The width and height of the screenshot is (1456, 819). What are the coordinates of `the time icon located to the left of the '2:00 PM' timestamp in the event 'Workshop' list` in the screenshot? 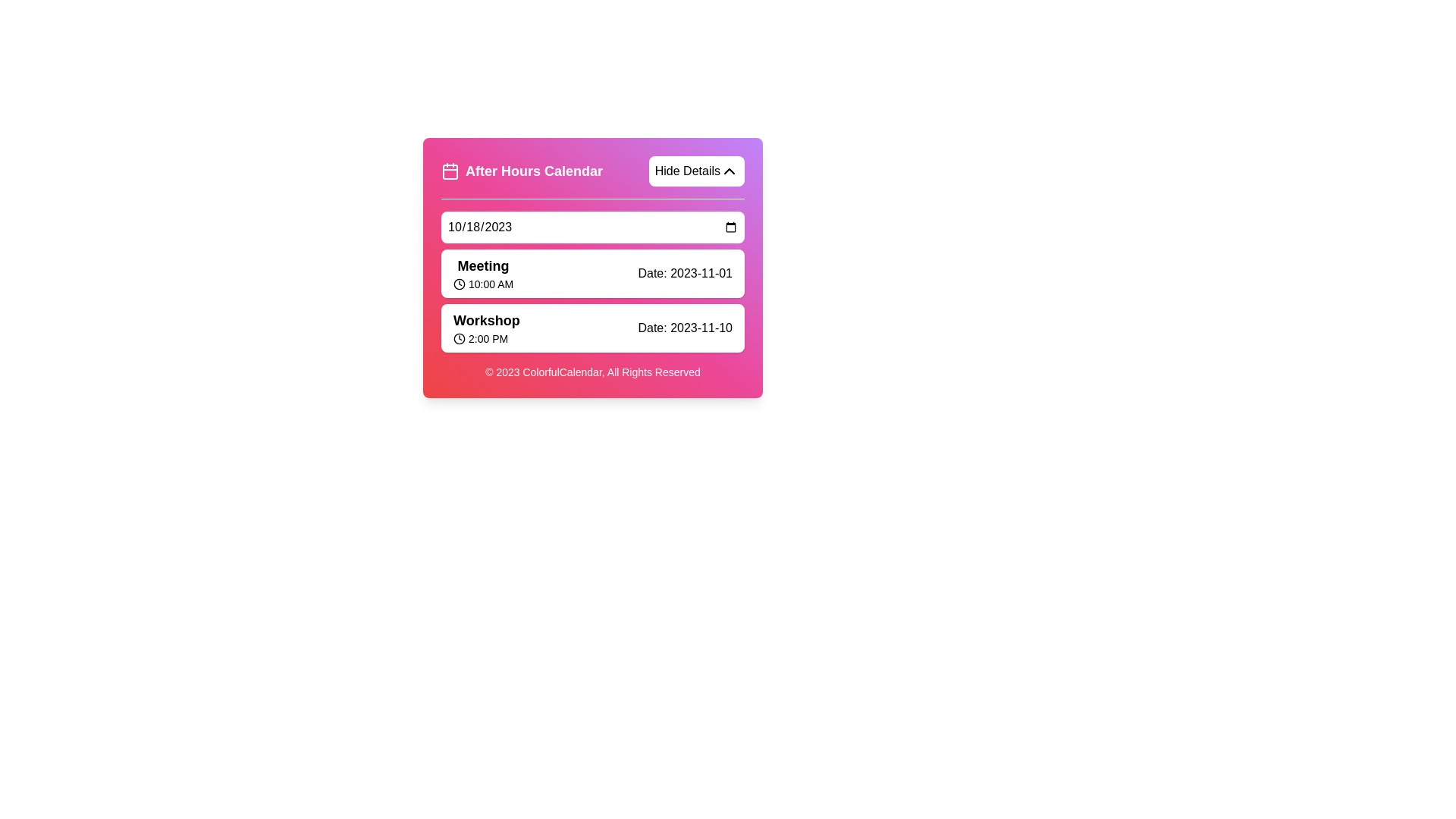 It's located at (458, 338).